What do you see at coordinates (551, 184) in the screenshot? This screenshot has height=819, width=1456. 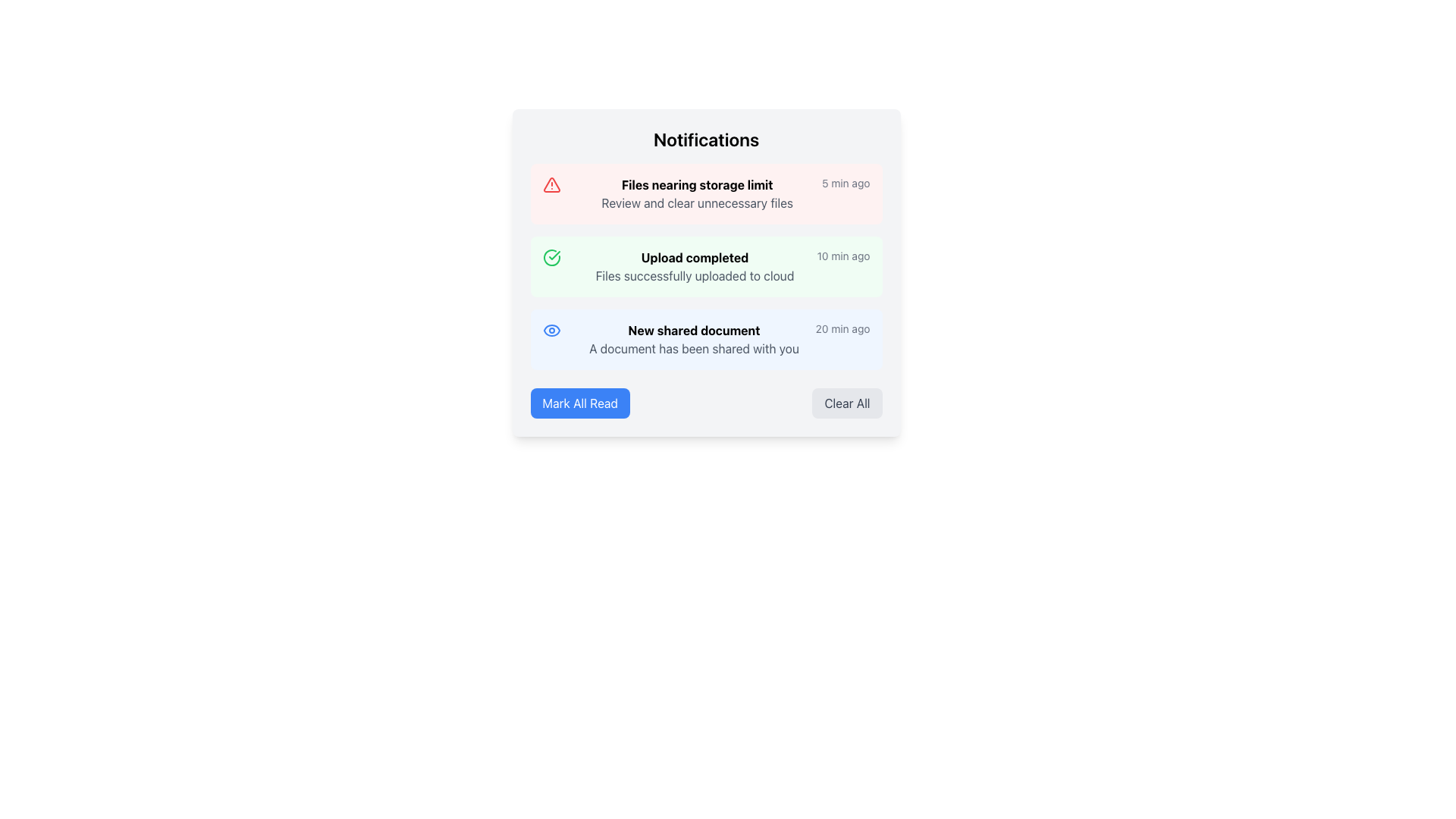 I see `the warning icon indicating files nearing the storage limit, located in the notification card as the first icon in the notifications list` at bounding box center [551, 184].